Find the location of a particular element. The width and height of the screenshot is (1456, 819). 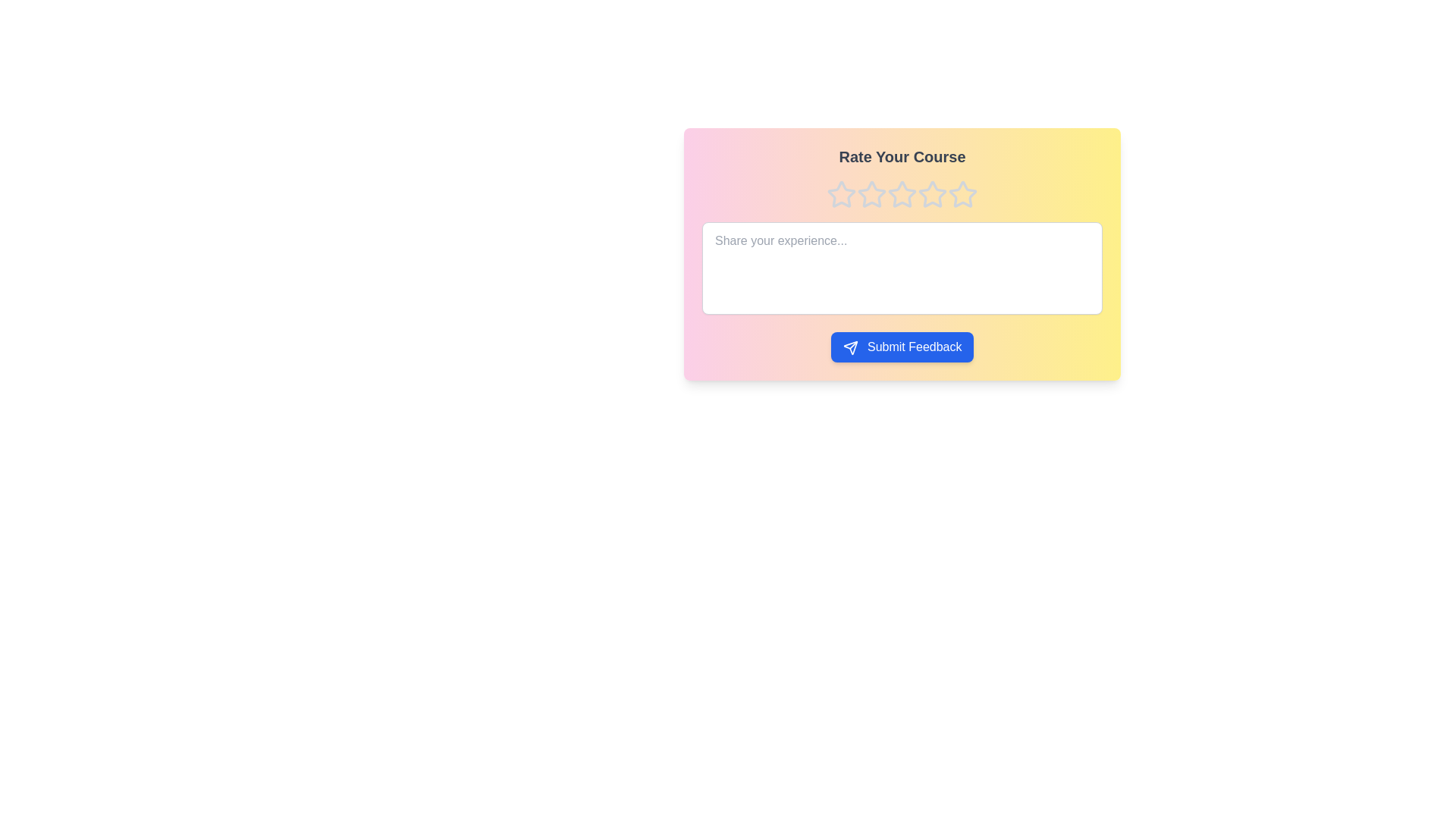

on the third star icon in the rating system, which is styled in grey and is part of a horizontal arrangement of five stars is located at coordinates (902, 194).